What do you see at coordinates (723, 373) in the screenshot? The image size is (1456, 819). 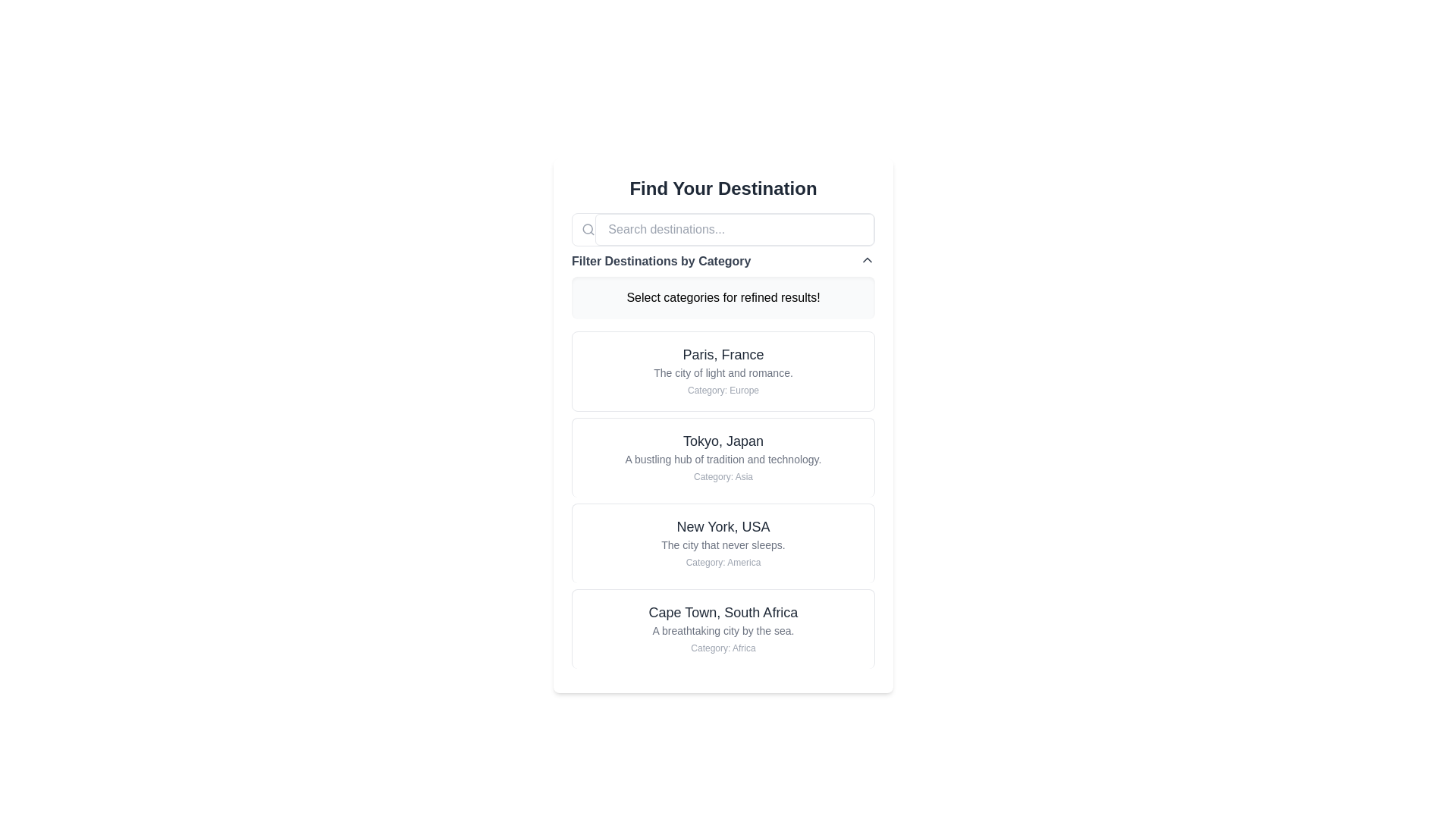 I see `the descriptive text element located below the title 'Paris, France' and above the smaller text segment labeled 'Category: Europe'` at bounding box center [723, 373].